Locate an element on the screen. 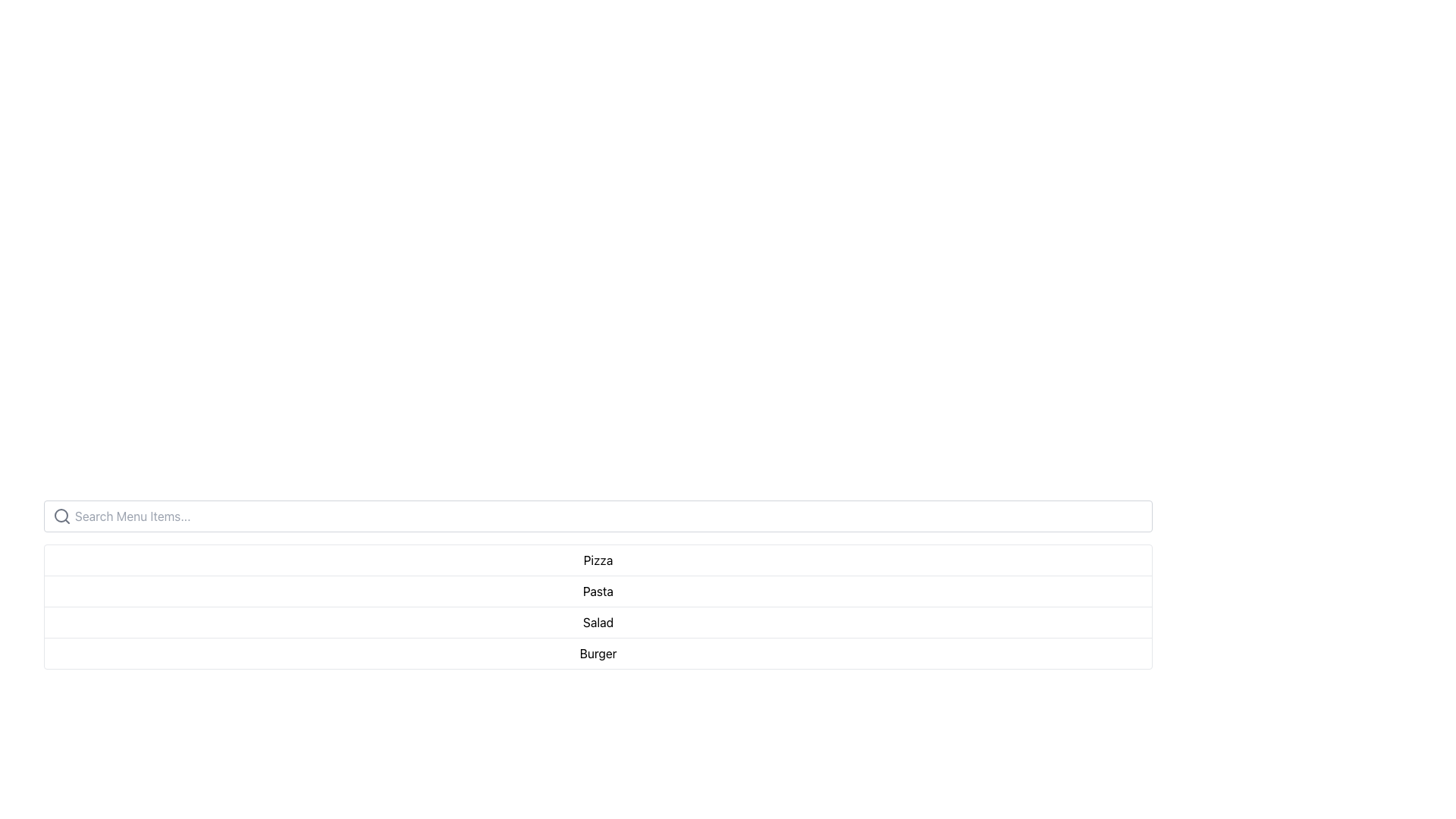 The width and height of the screenshot is (1456, 819). the text item displaying the word 'Pizza', which is the first in a list of four items, located below the search bar and above the 'Pasta' item is located at coordinates (597, 560).